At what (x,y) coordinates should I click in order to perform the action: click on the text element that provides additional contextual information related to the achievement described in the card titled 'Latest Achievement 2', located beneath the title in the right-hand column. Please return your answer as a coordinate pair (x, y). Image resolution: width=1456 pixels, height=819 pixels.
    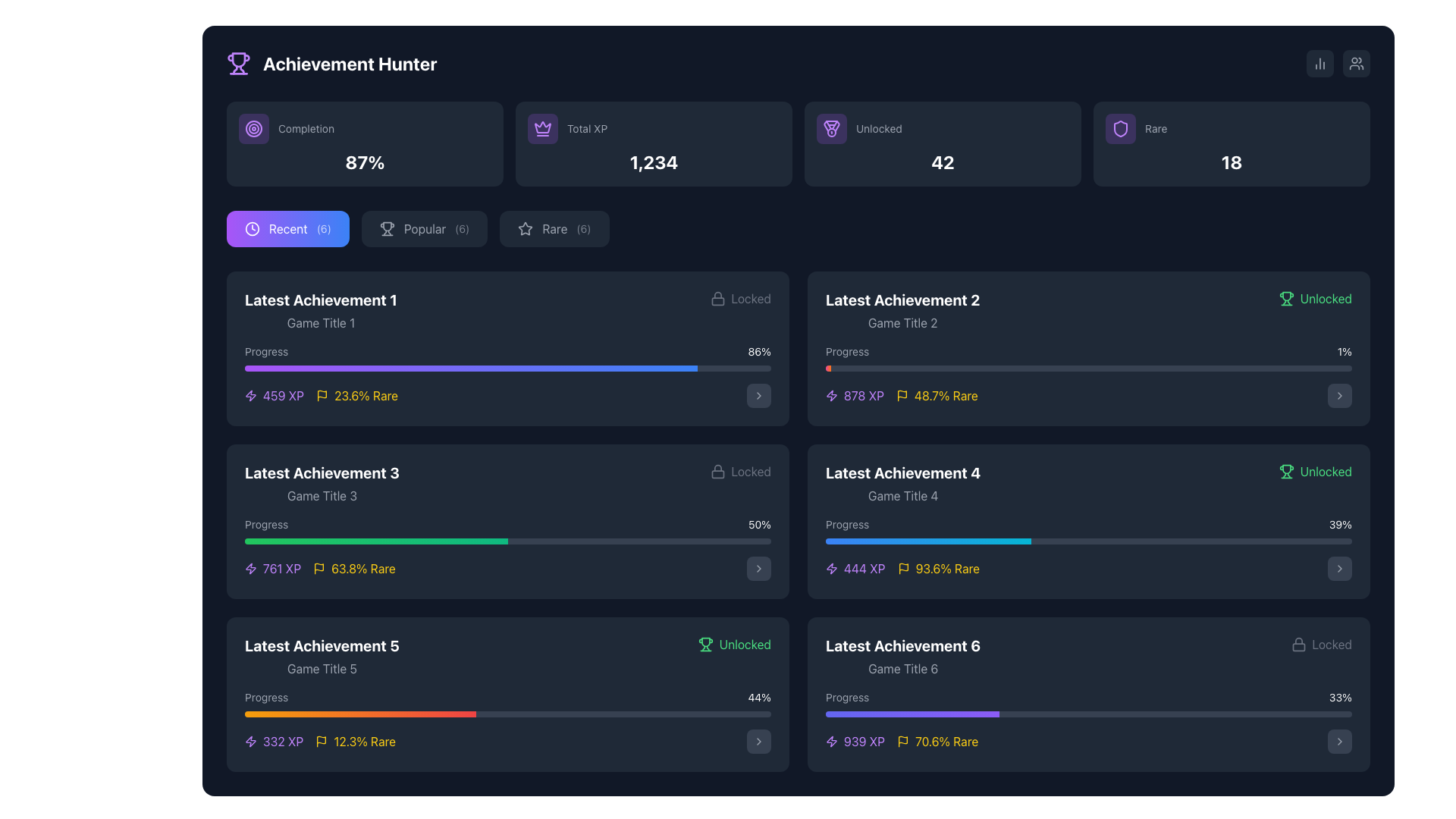
    Looking at the image, I should click on (902, 322).